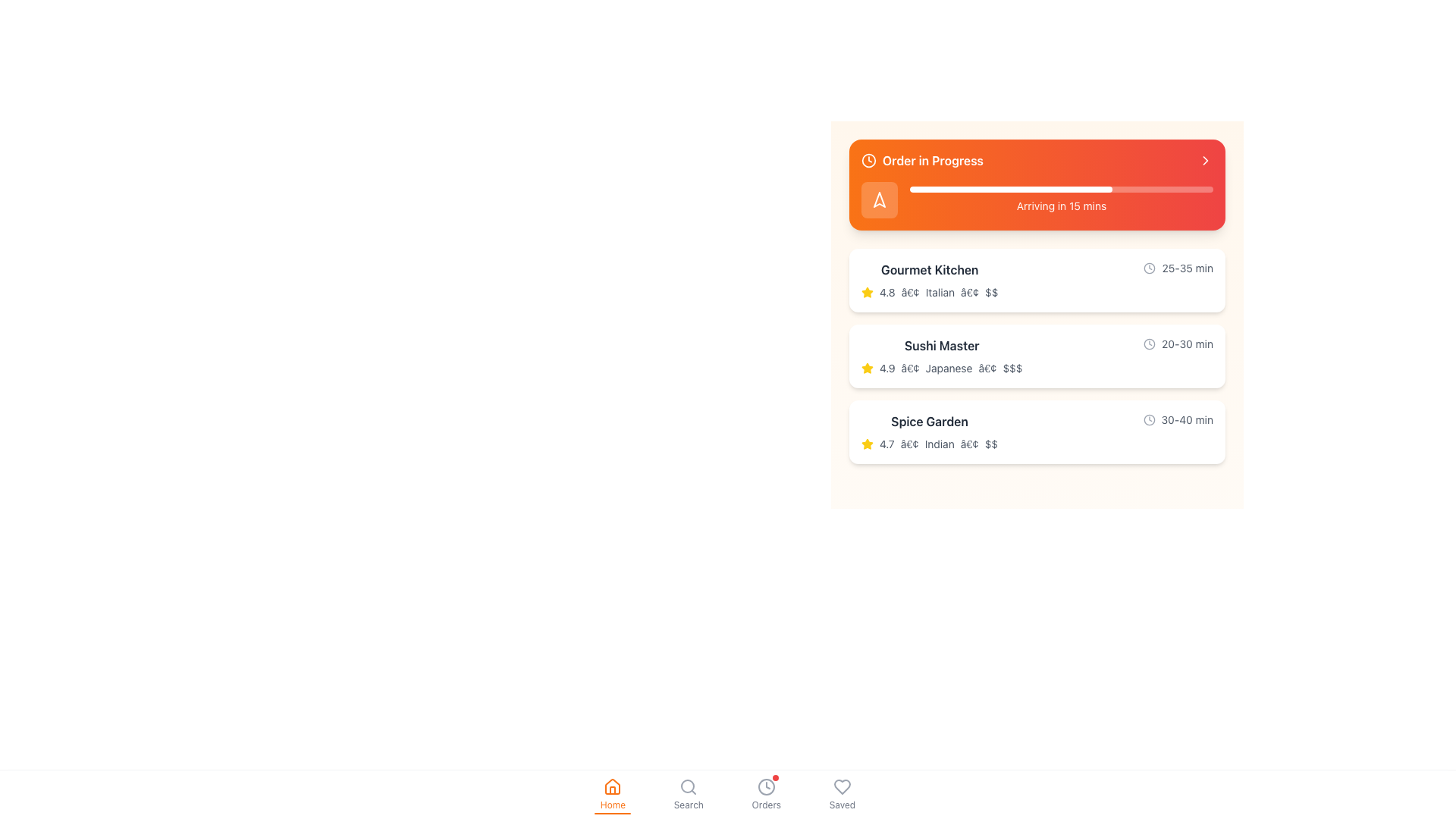 The width and height of the screenshot is (1456, 819). Describe the element at coordinates (1204, 161) in the screenshot. I see `the forward navigation icon, which is part of an SVG graphic indicating the next action, located at the upper-right corner of the red status bar labeled 'Order in Progress.'` at that location.